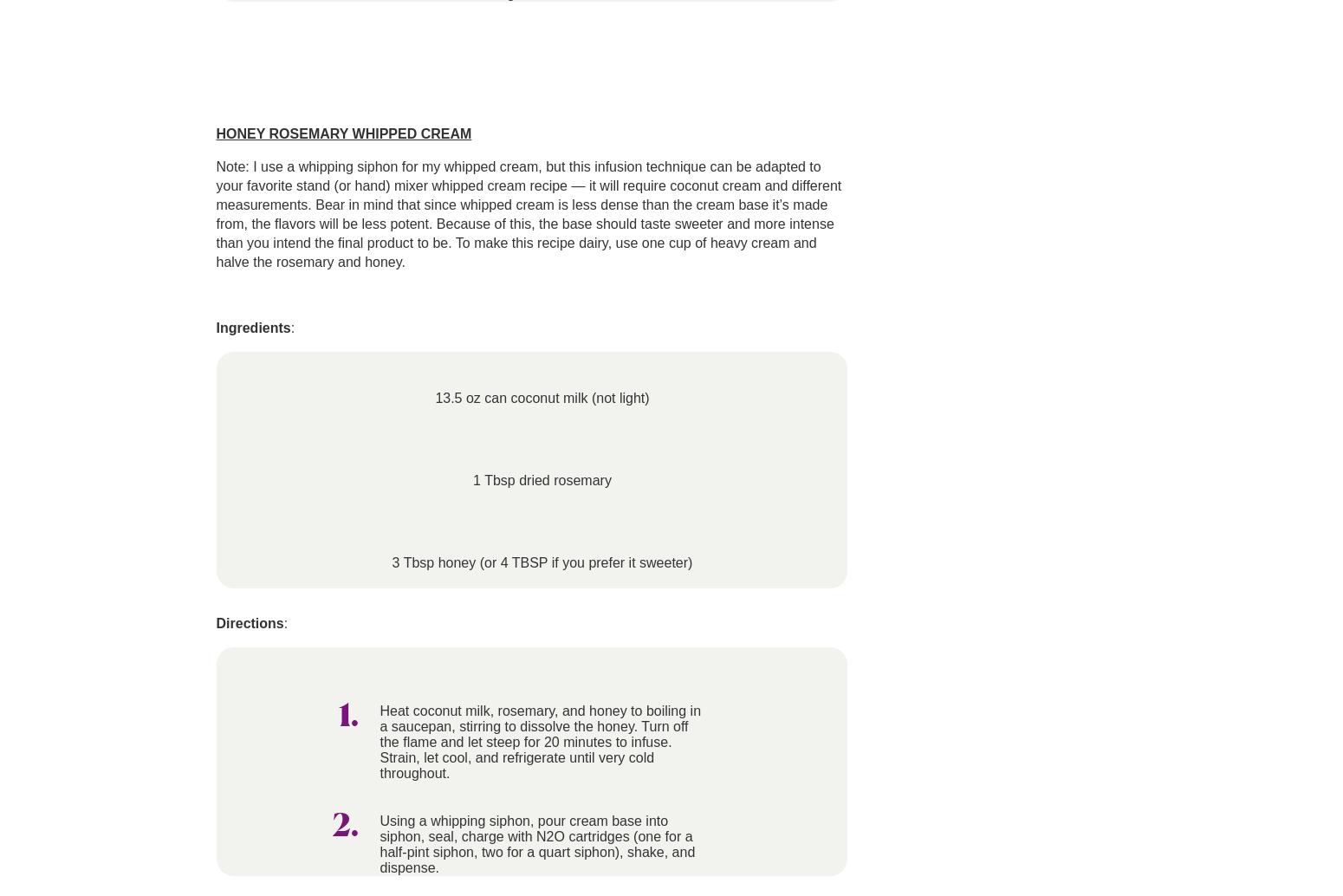 The width and height of the screenshot is (1343, 896). Describe the element at coordinates (249, 623) in the screenshot. I see `'Directions'` at that location.